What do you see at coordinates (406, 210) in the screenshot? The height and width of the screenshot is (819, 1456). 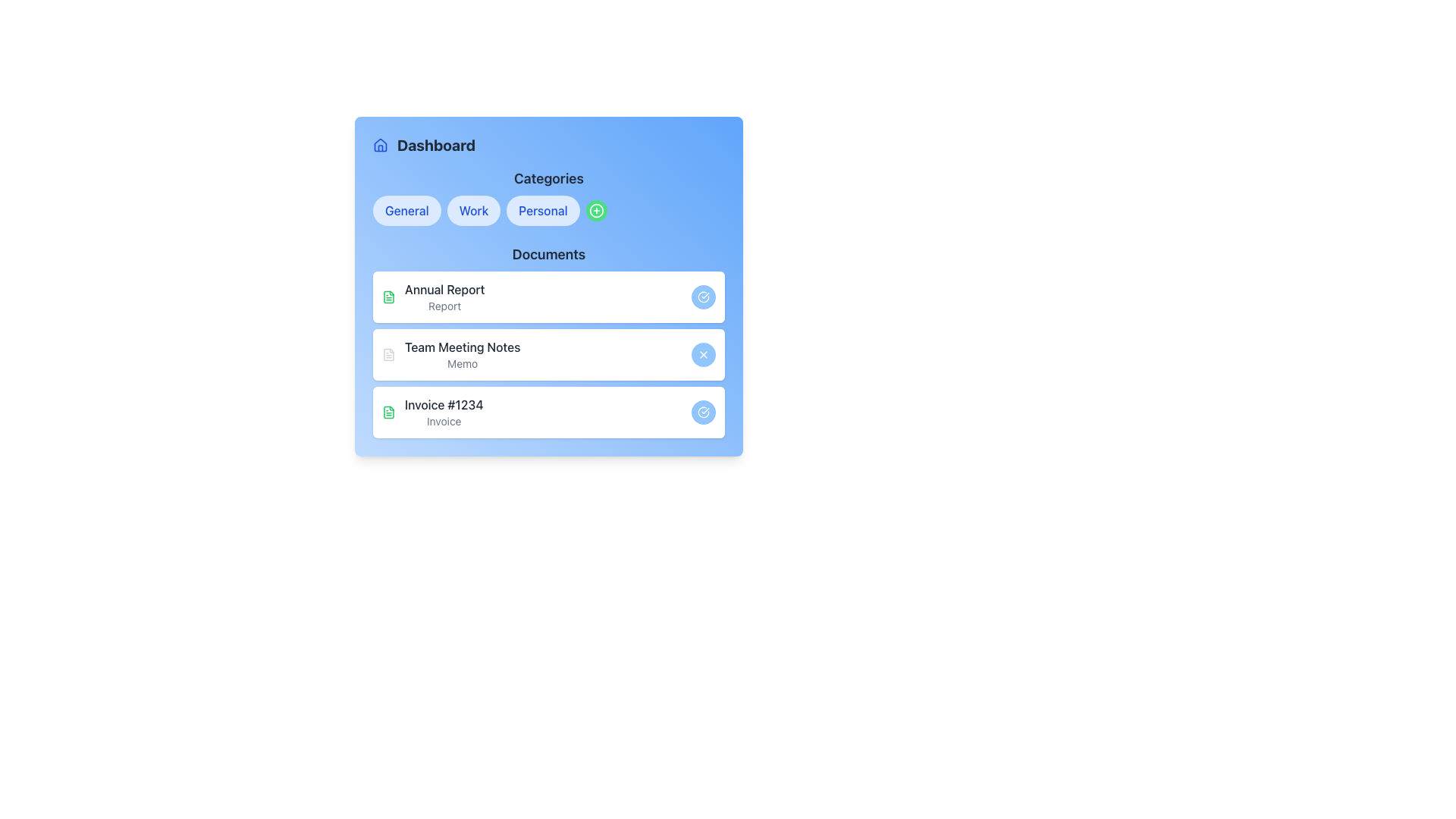 I see `the rounded rectangular button labeled 'General'` at bounding box center [406, 210].